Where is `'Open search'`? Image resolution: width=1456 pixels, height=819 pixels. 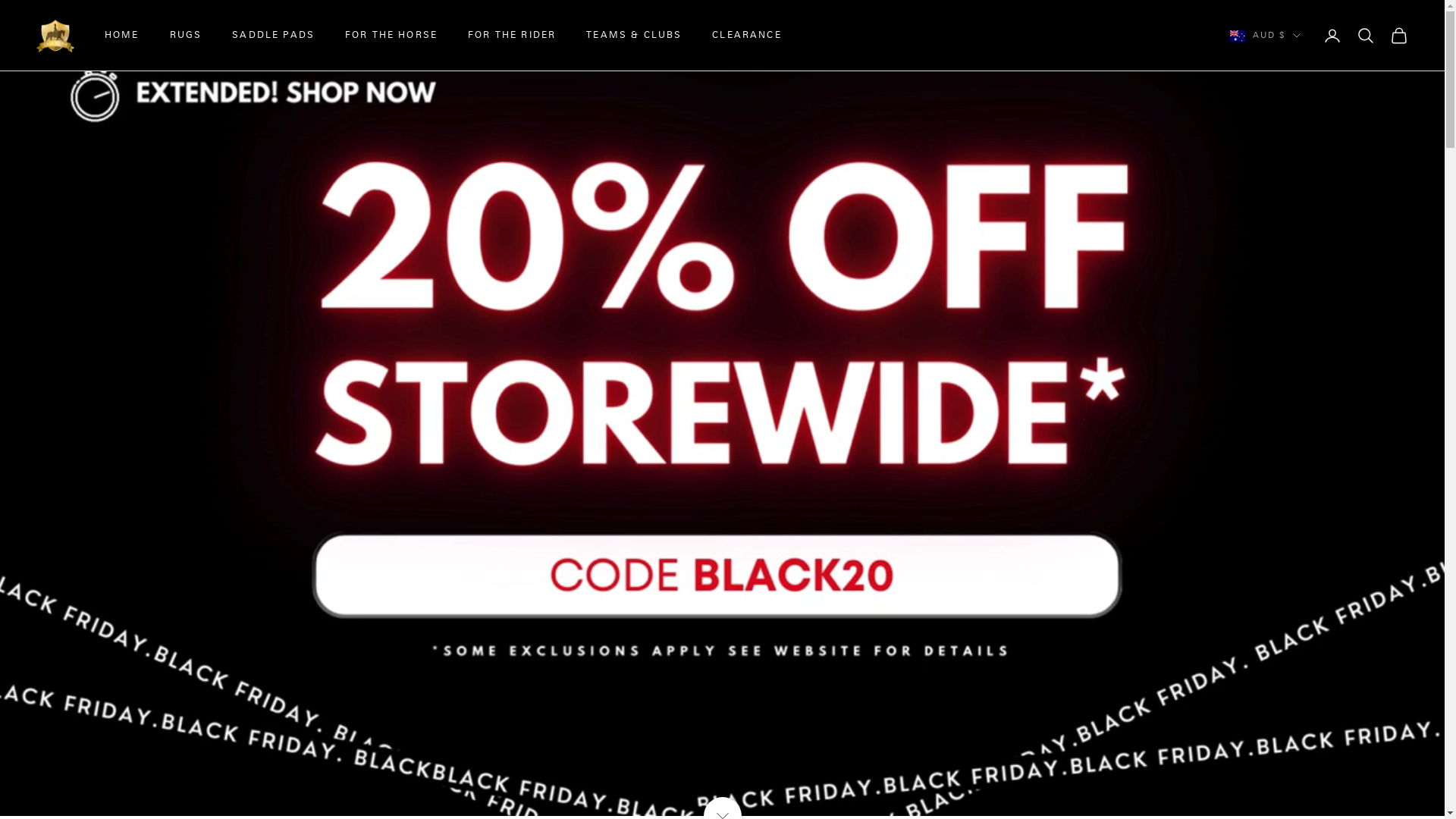
'Open search' is located at coordinates (1365, 34).